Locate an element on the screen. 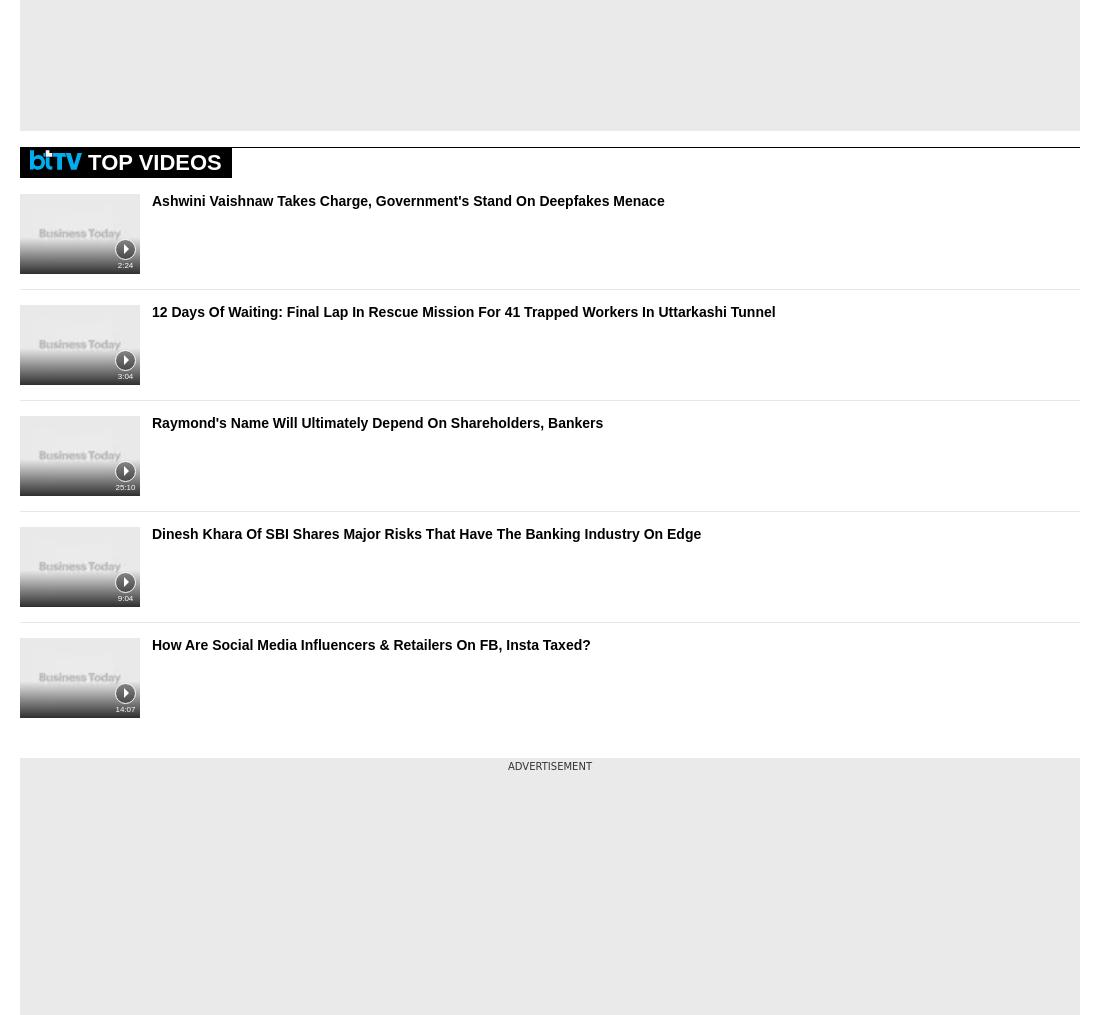  'How Are Social Media Influencers & Retailers On FB, Insta Taxed?' is located at coordinates (371, 643).